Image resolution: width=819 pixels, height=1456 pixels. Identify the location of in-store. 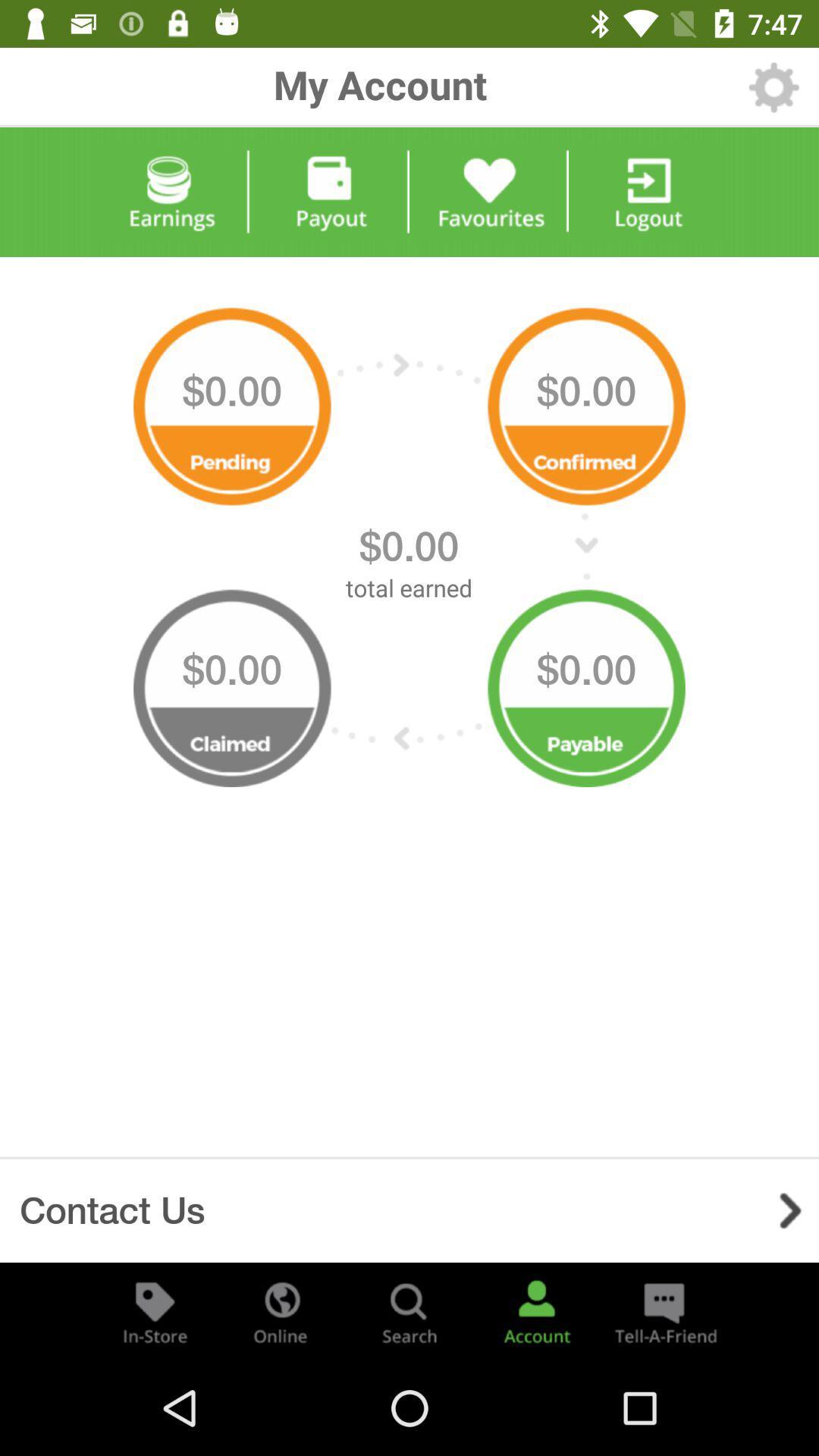
(155, 1310).